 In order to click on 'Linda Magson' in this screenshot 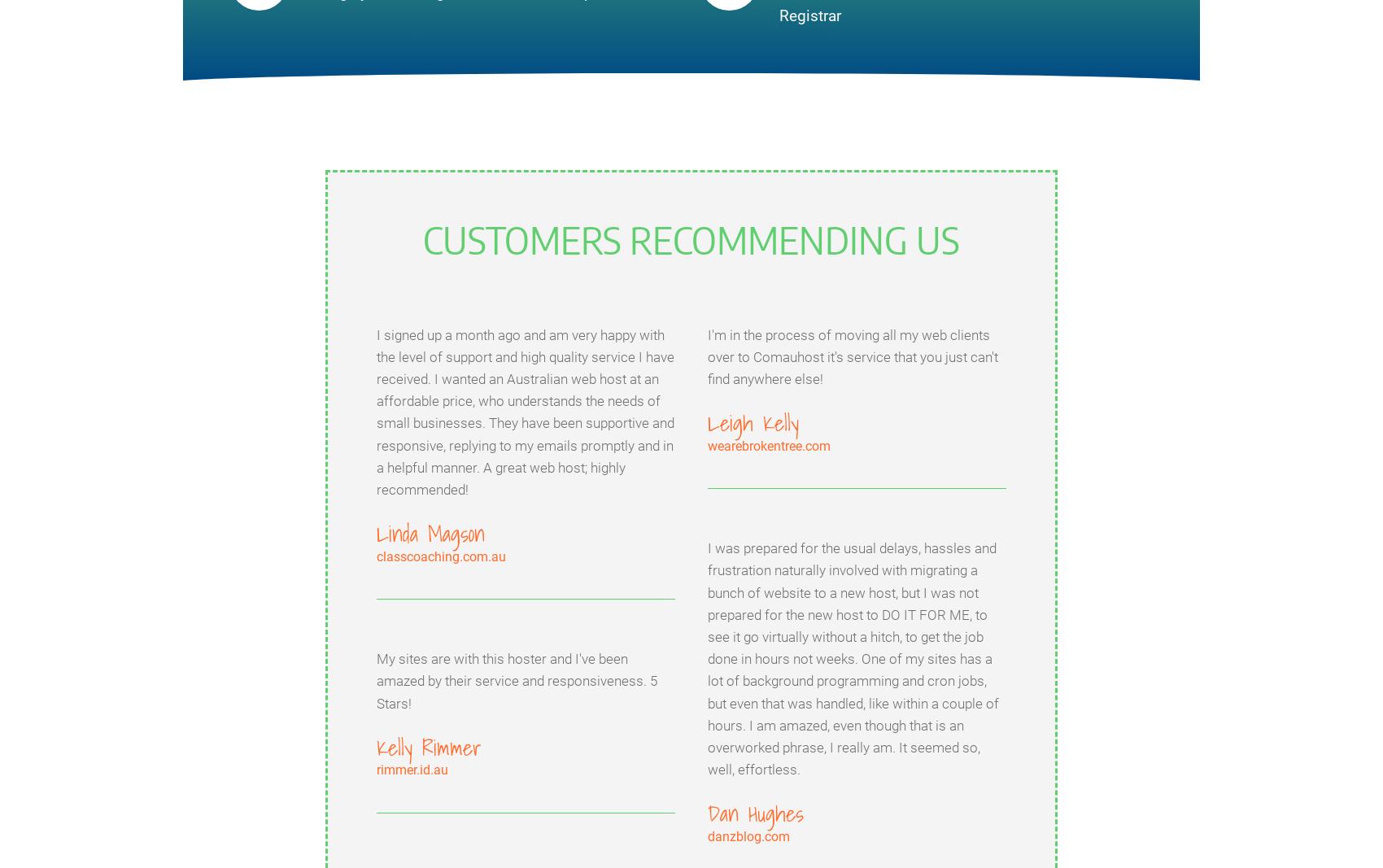, I will do `click(430, 533)`.